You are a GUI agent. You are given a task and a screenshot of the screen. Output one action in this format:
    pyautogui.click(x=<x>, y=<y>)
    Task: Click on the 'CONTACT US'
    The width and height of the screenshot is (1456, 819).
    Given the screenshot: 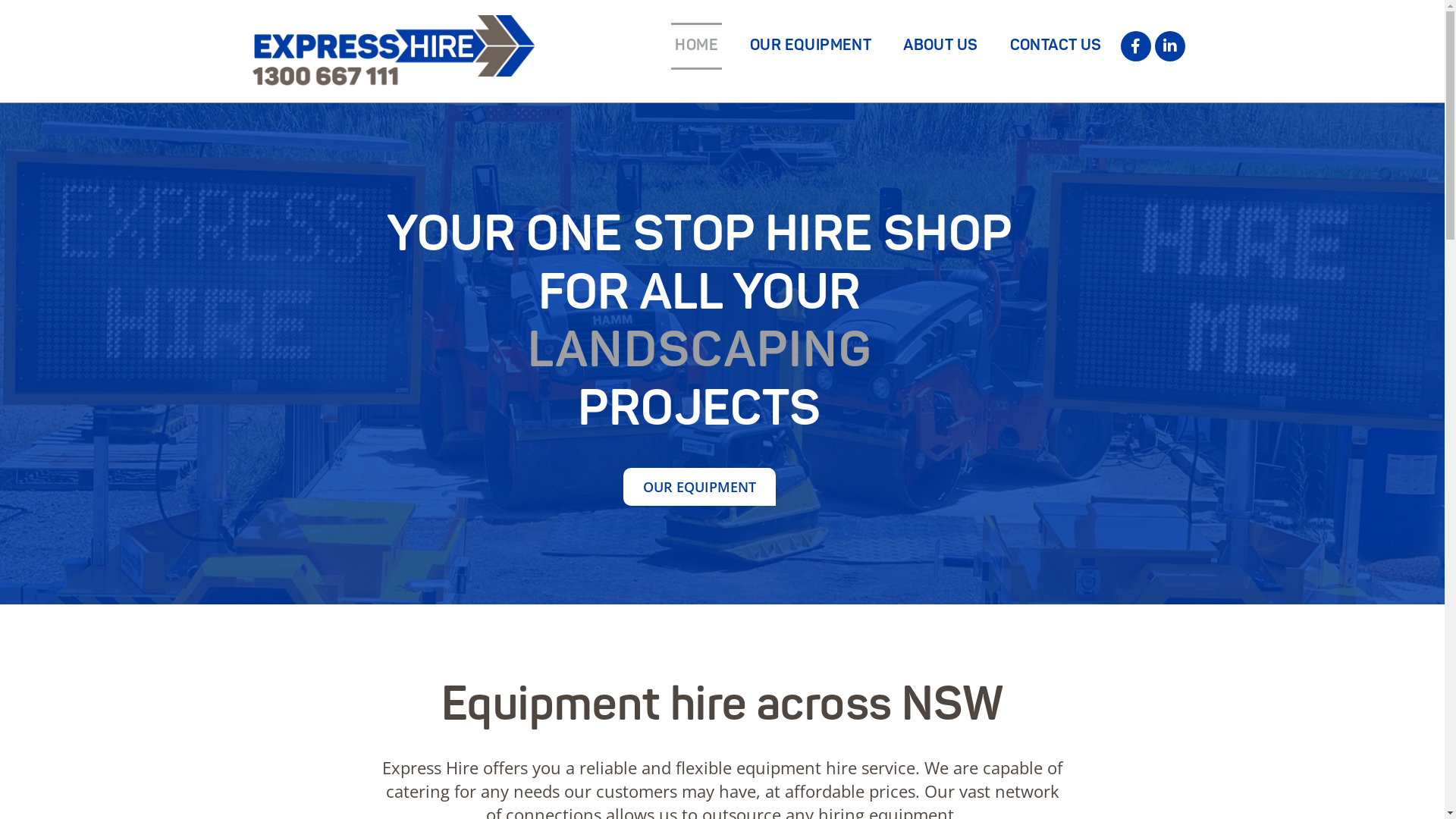 What is the action you would take?
    pyautogui.click(x=1054, y=45)
    